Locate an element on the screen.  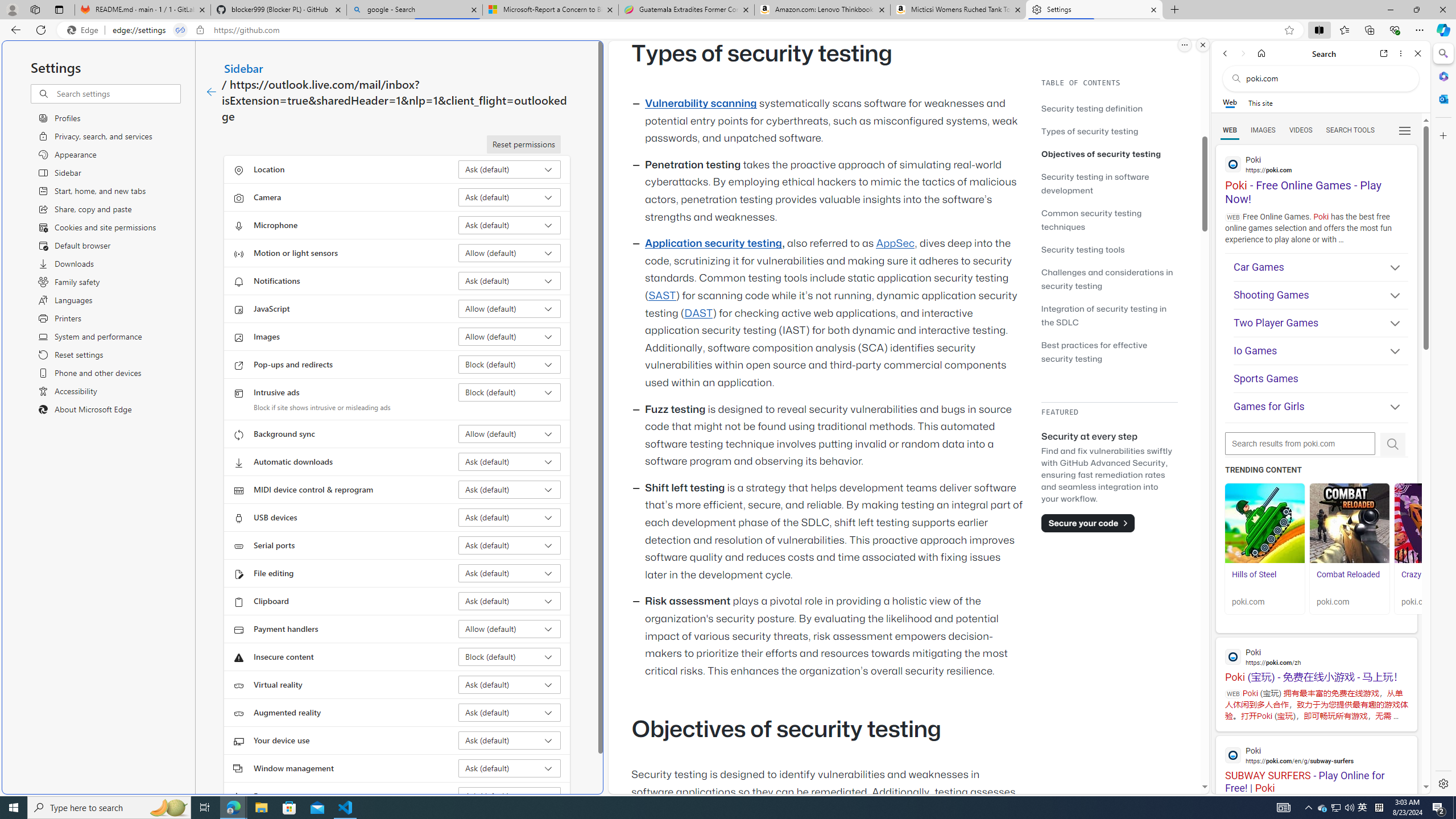
'Window management Ask (default)' is located at coordinates (510, 767).